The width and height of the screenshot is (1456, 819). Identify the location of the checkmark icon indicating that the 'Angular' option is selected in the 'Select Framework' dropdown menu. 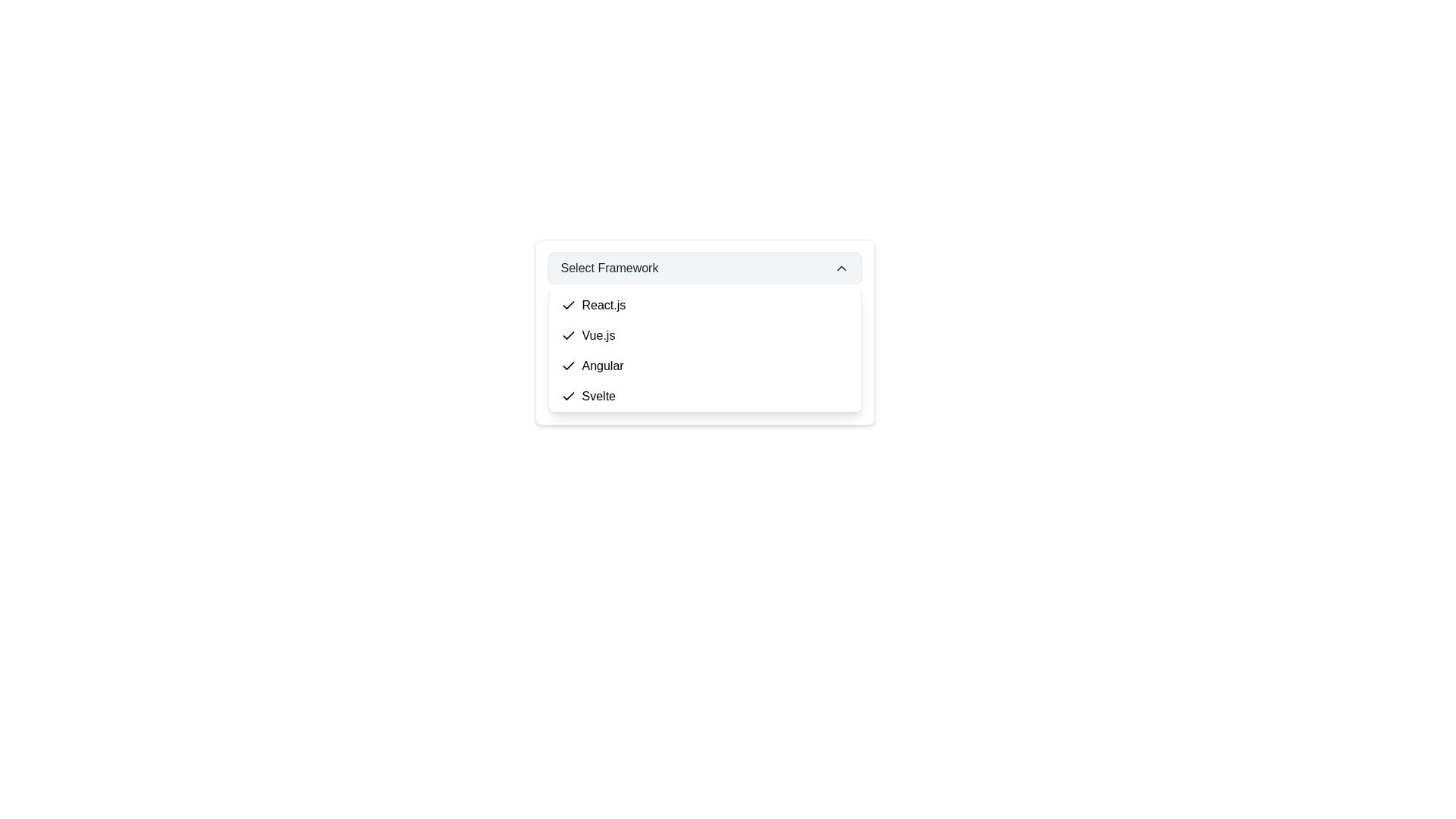
(567, 366).